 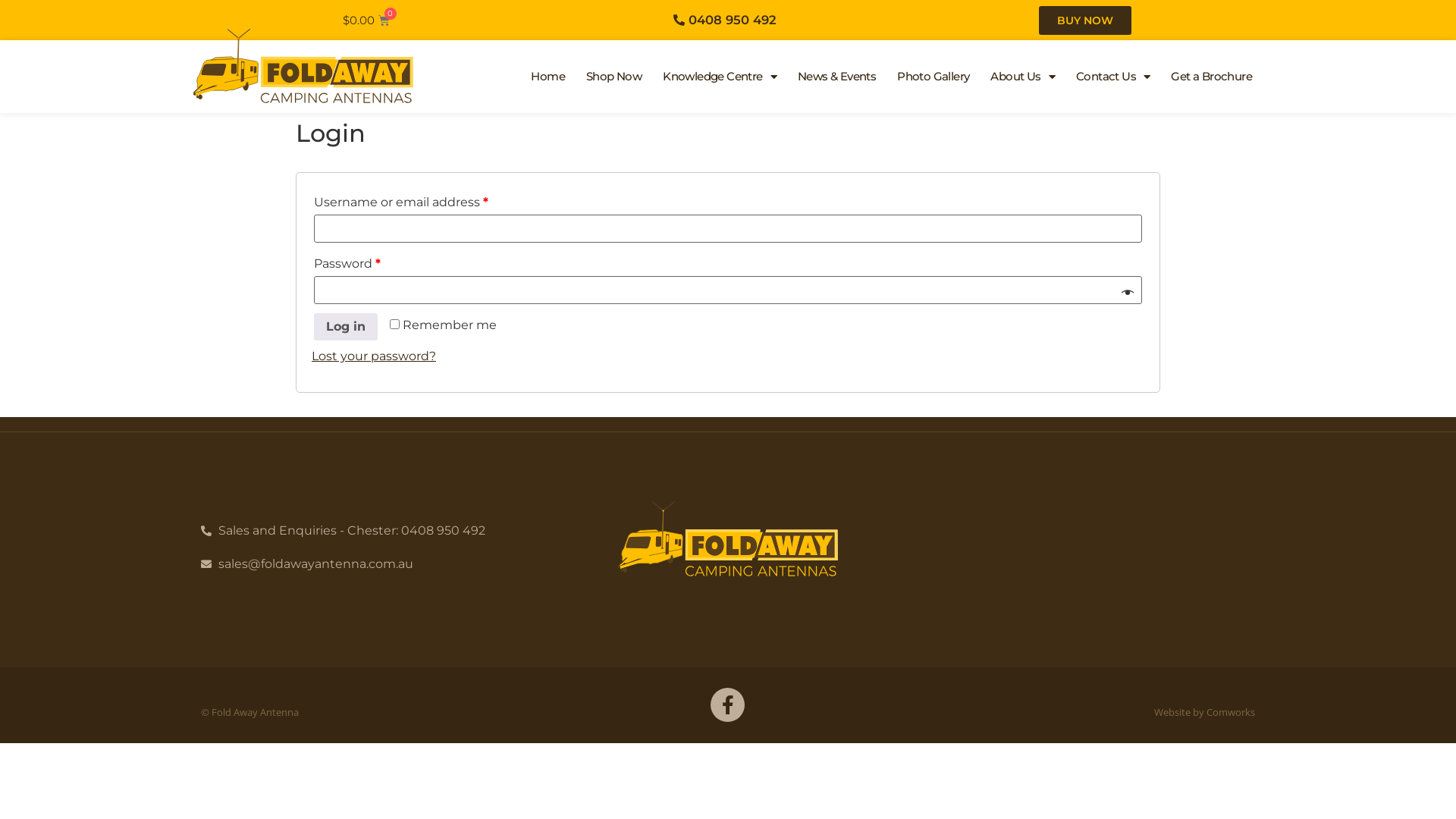 What do you see at coordinates (932, 76) in the screenshot?
I see `'Photo Gallery'` at bounding box center [932, 76].